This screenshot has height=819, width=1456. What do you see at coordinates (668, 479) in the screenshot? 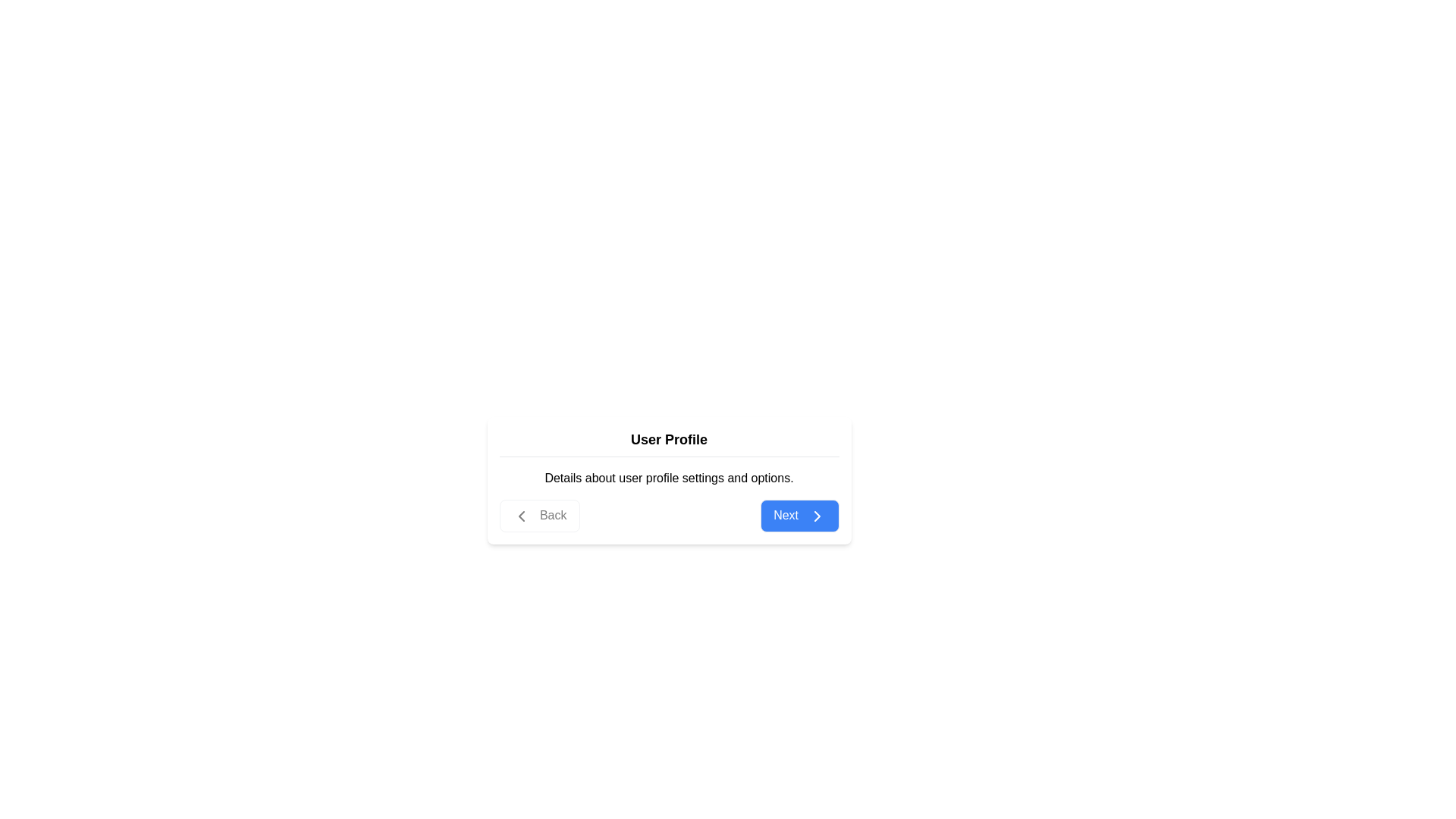
I see `the Static Text element that contains the text 'Details about user profile settings and options.' located below the 'User Profile' section heading` at bounding box center [668, 479].